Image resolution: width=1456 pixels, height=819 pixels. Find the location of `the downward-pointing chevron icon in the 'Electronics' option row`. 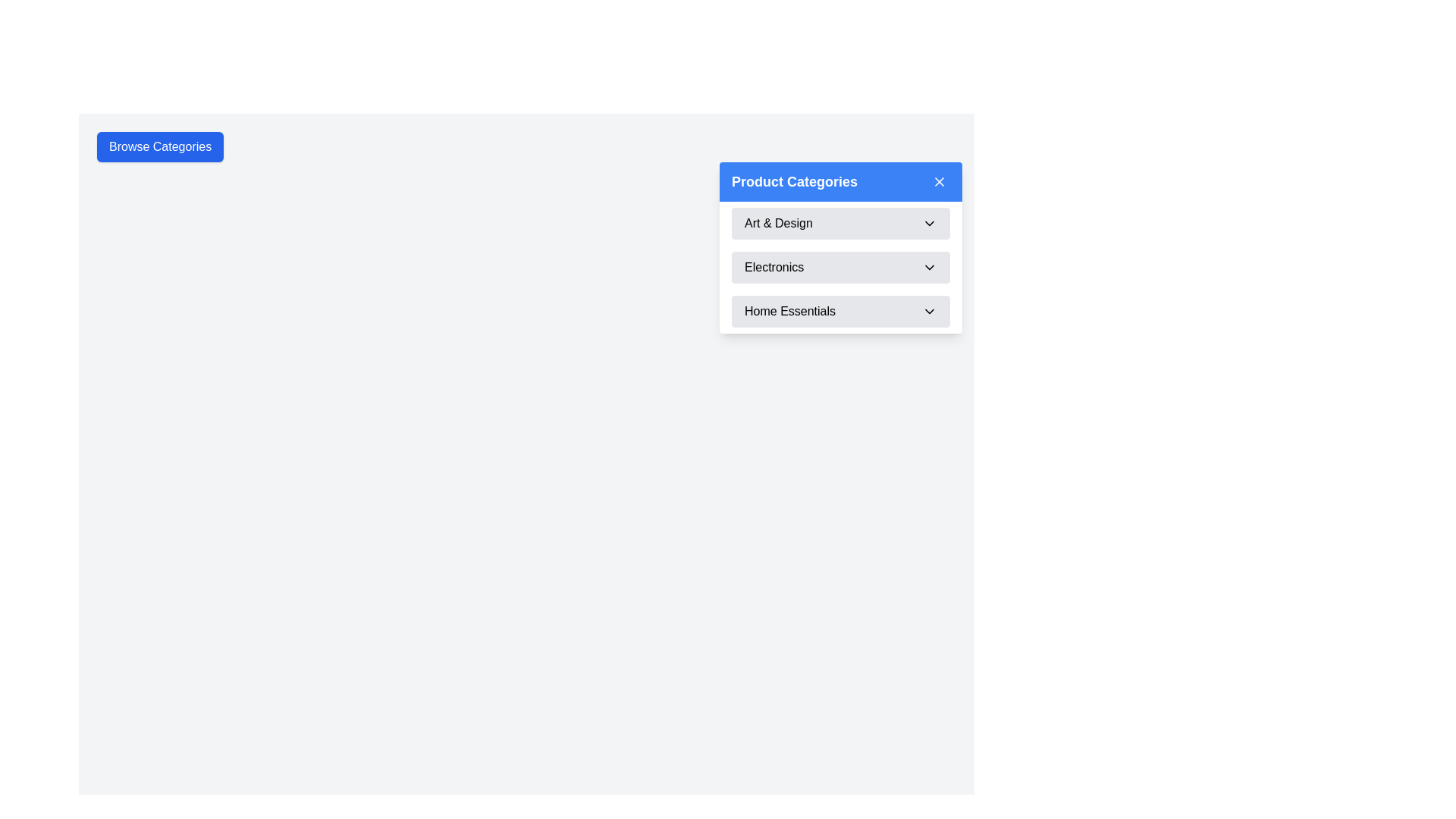

the downward-pointing chevron icon in the 'Electronics' option row is located at coordinates (928, 267).